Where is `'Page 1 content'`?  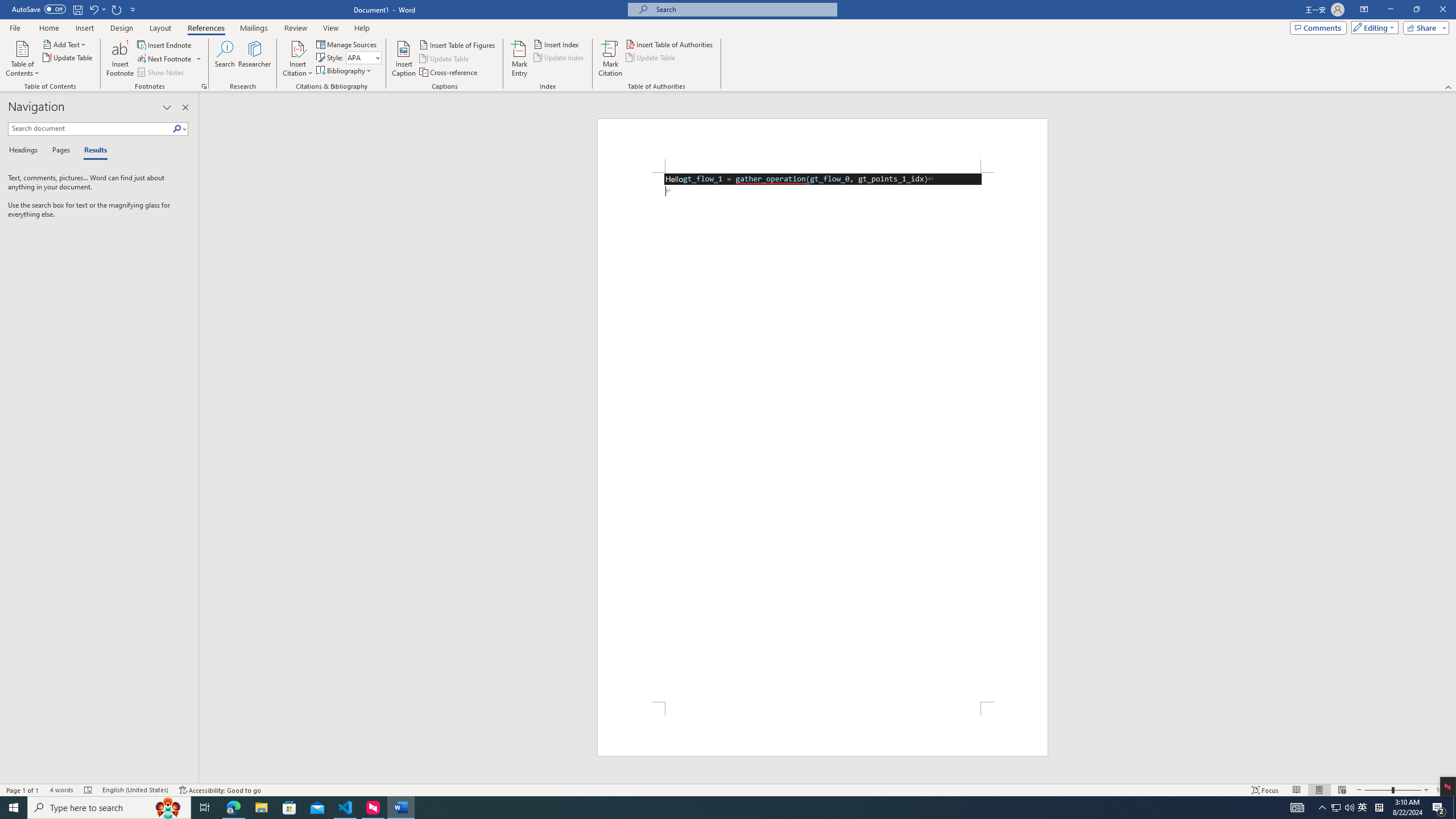 'Page 1 content' is located at coordinates (822, 436).